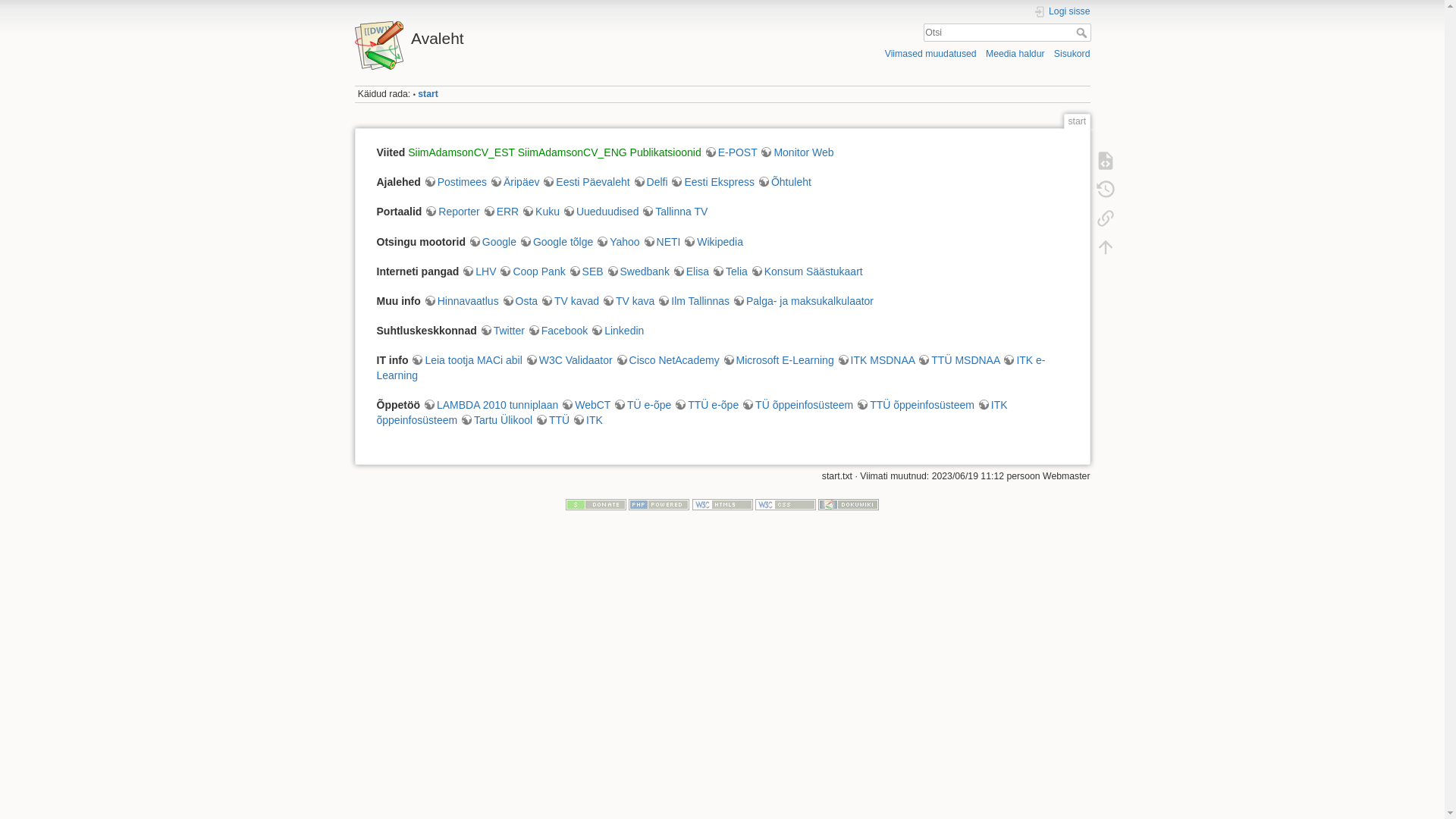  Describe the element at coordinates (600, 211) in the screenshot. I see `'Uueduudised'` at that location.